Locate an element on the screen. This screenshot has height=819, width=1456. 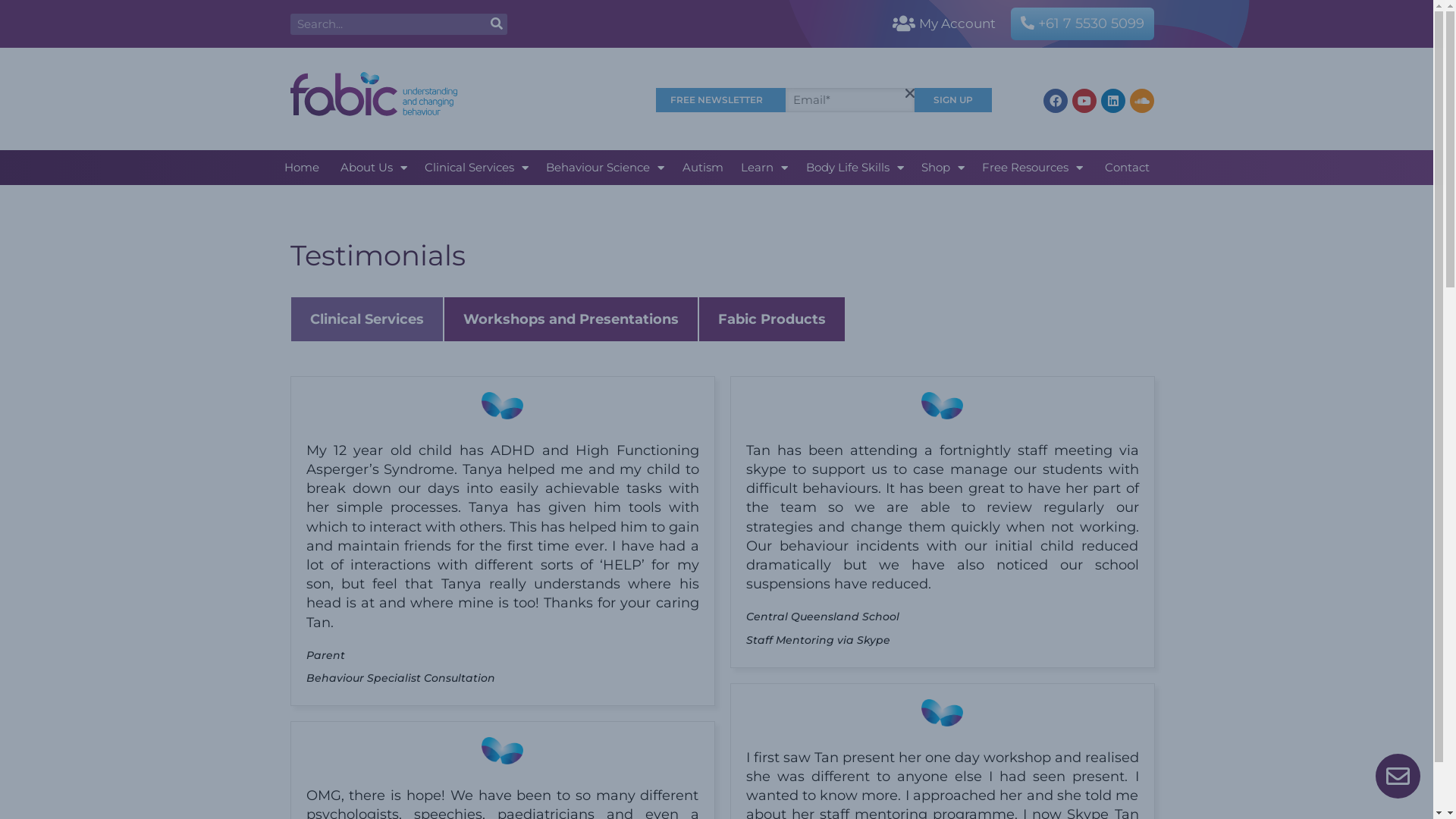
'Shop' is located at coordinates (942, 167).